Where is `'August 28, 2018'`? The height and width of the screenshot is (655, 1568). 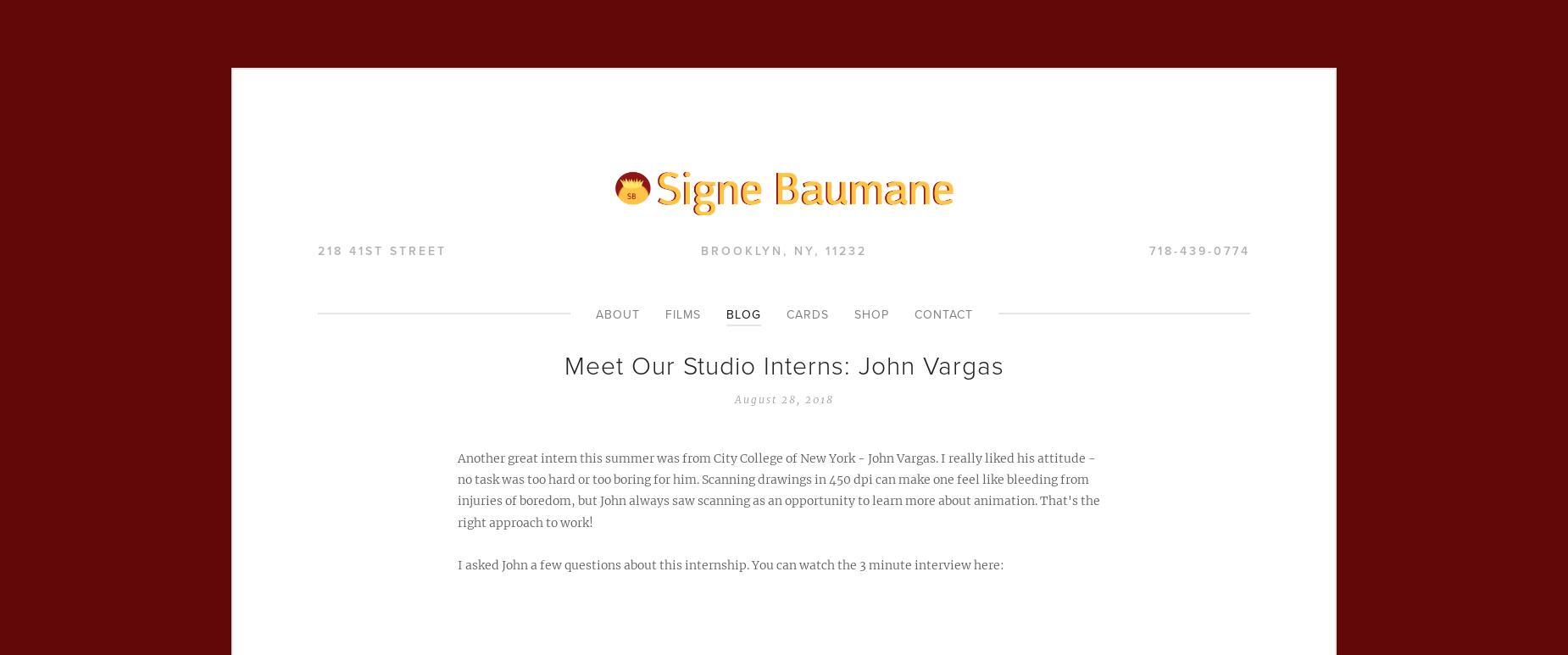 'August 28, 2018' is located at coordinates (783, 397).